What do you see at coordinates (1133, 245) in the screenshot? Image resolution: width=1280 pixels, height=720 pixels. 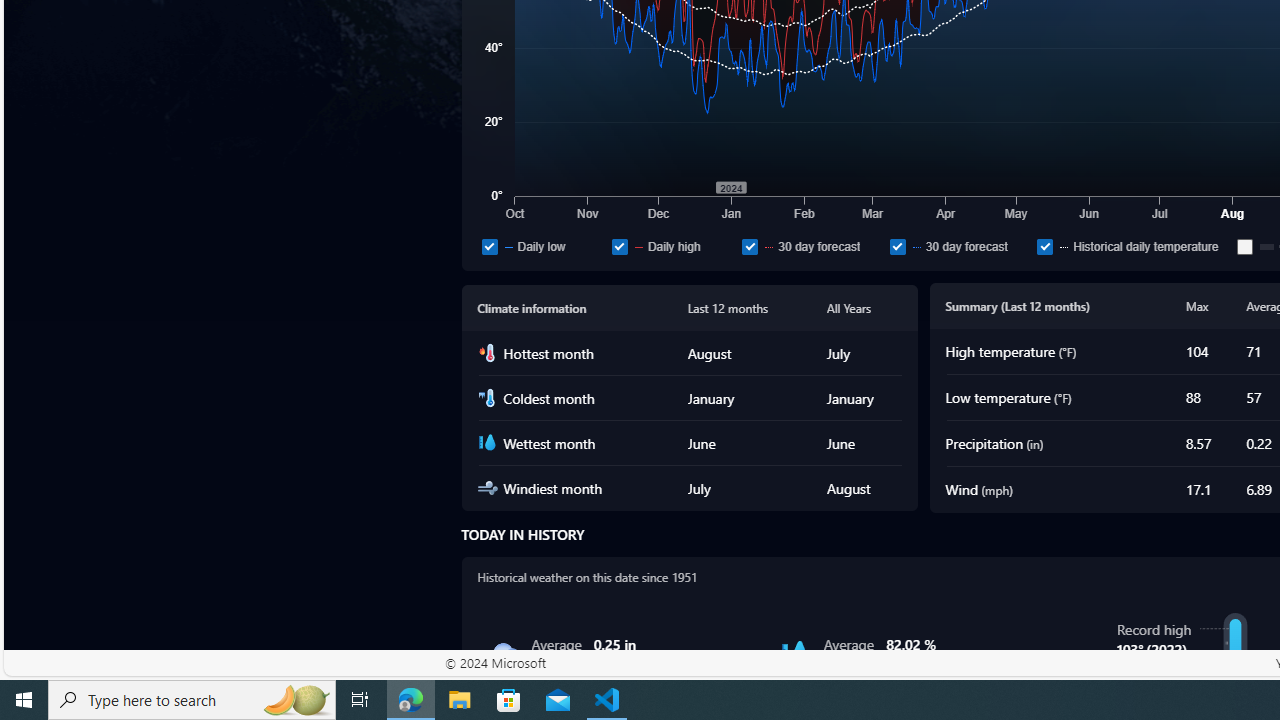 I see `'Historical daily temperature'` at bounding box center [1133, 245].